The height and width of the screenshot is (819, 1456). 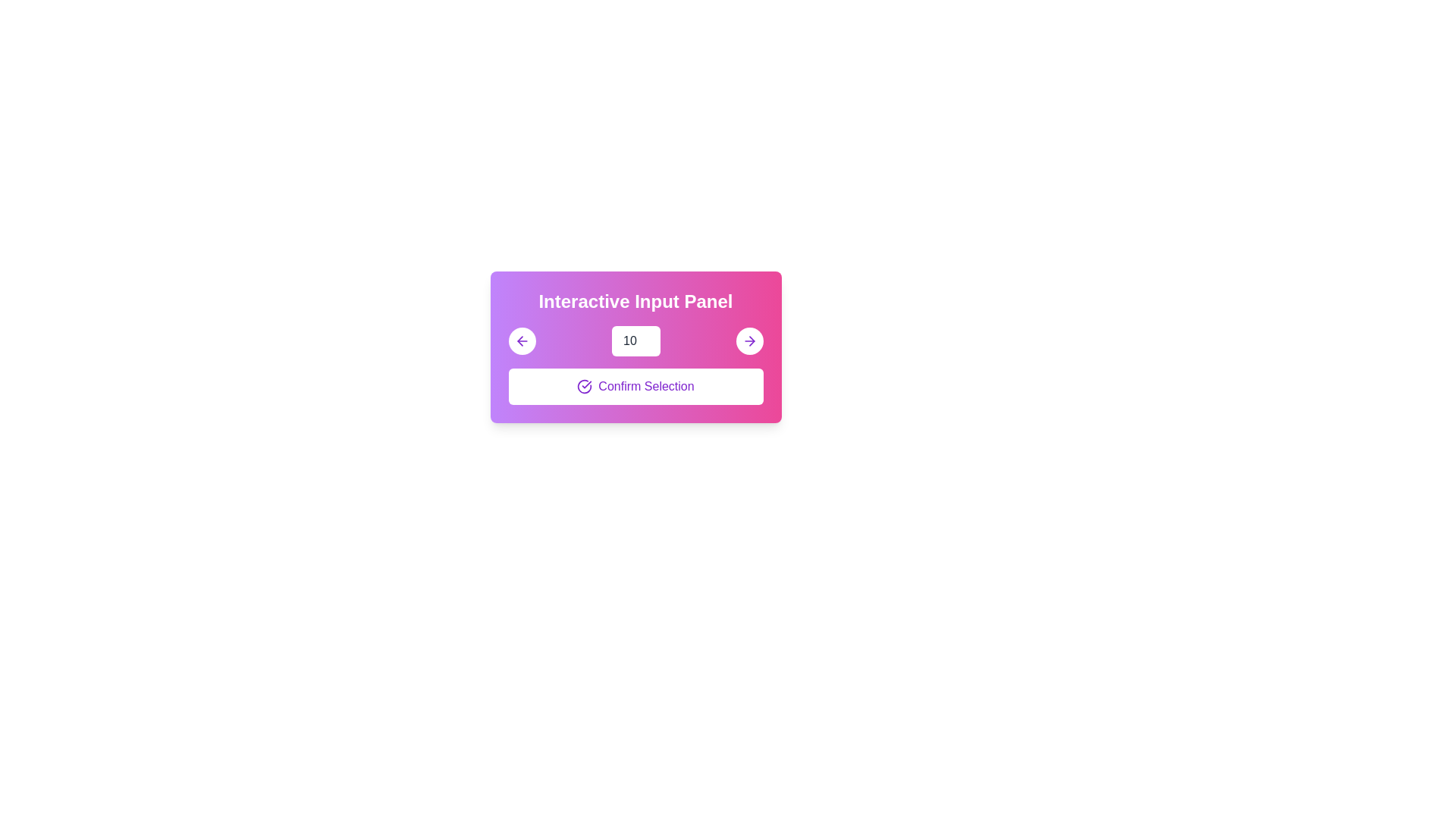 What do you see at coordinates (635, 385) in the screenshot?
I see `the confirm button located at the bottom of the 'Interactive Input Panel' box` at bounding box center [635, 385].